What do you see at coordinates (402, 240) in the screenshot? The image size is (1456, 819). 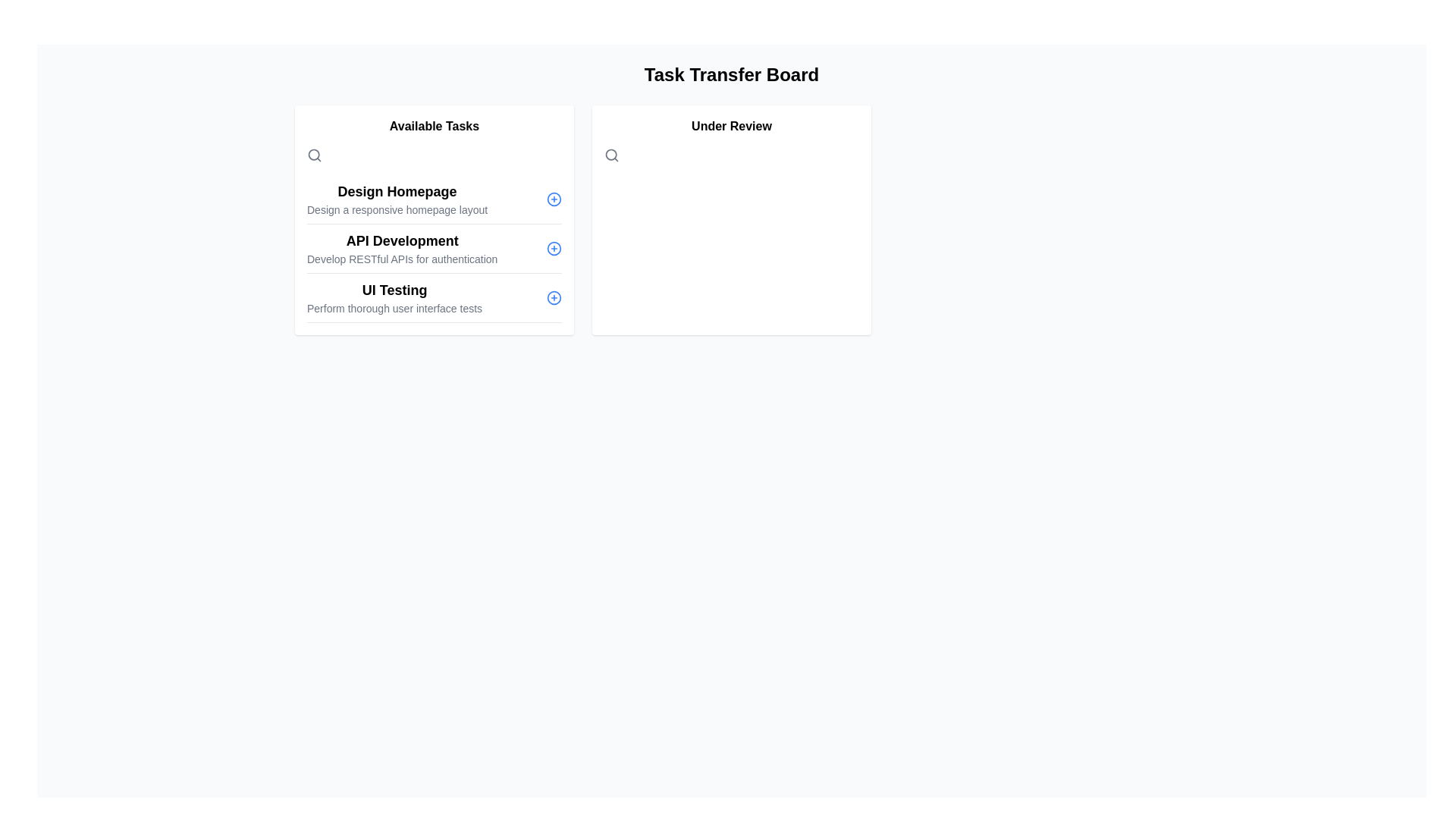 I see `the 'API Development' text header located in the 'Available Tasks' column, positioned centrally between 'Design Homepage' and the task description below` at bounding box center [402, 240].